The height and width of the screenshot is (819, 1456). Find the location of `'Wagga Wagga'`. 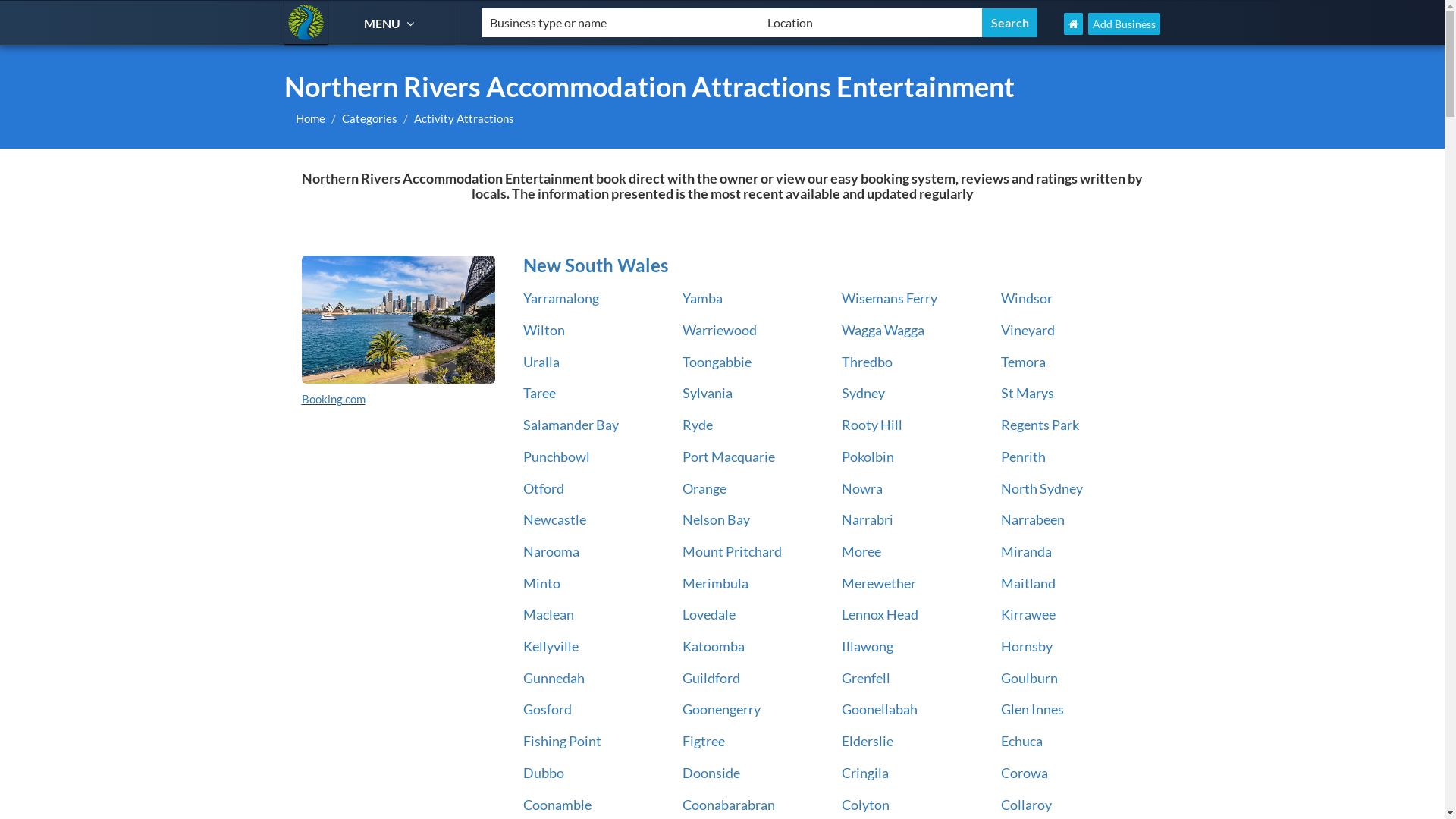

'Wagga Wagga' is located at coordinates (883, 329).